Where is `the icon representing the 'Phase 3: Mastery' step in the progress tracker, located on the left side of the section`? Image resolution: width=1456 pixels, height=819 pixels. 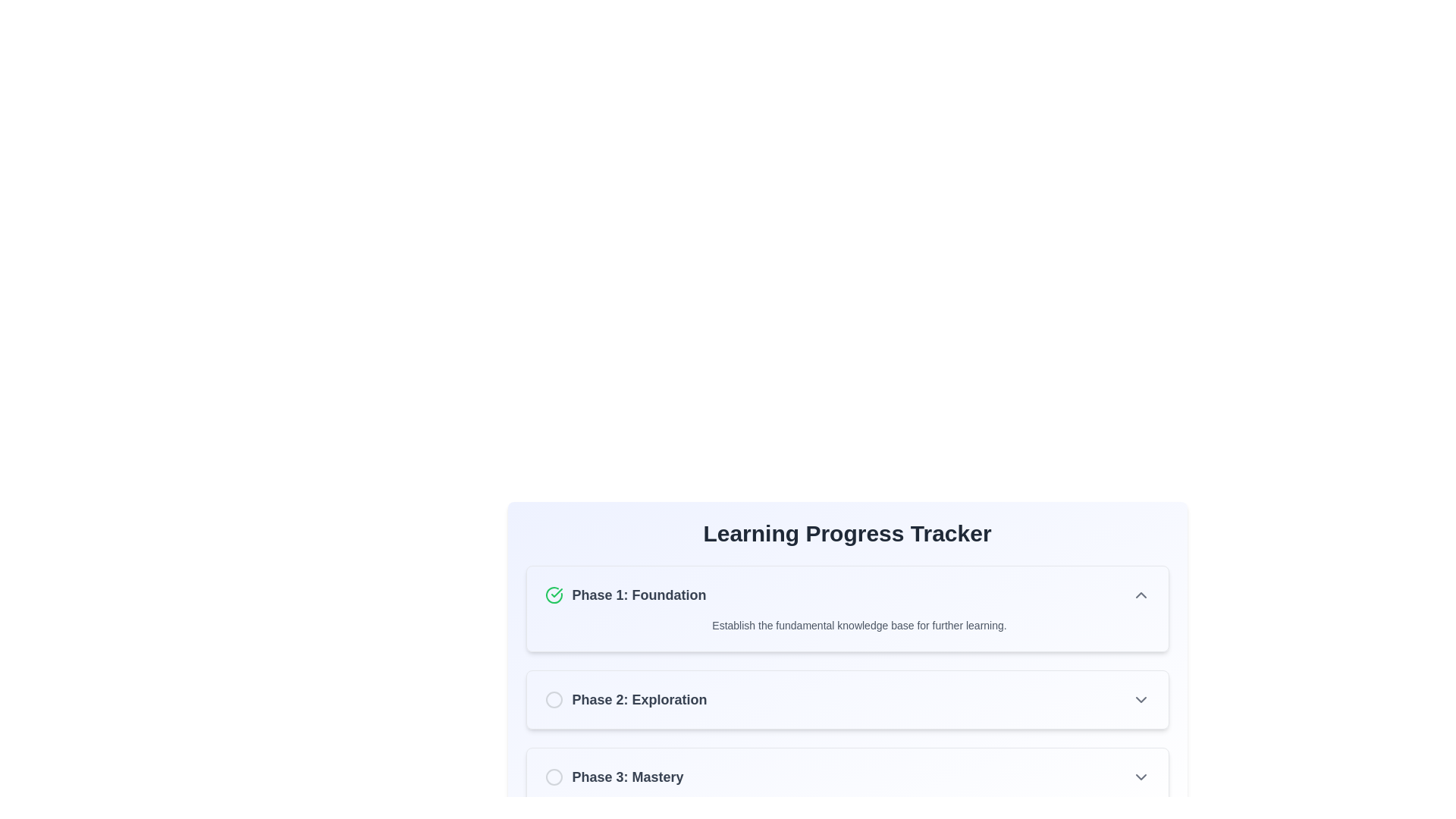 the icon representing the 'Phase 3: Mastery' step in the progress tracker, located on the left side of the section is located at coordinates (553, 777).